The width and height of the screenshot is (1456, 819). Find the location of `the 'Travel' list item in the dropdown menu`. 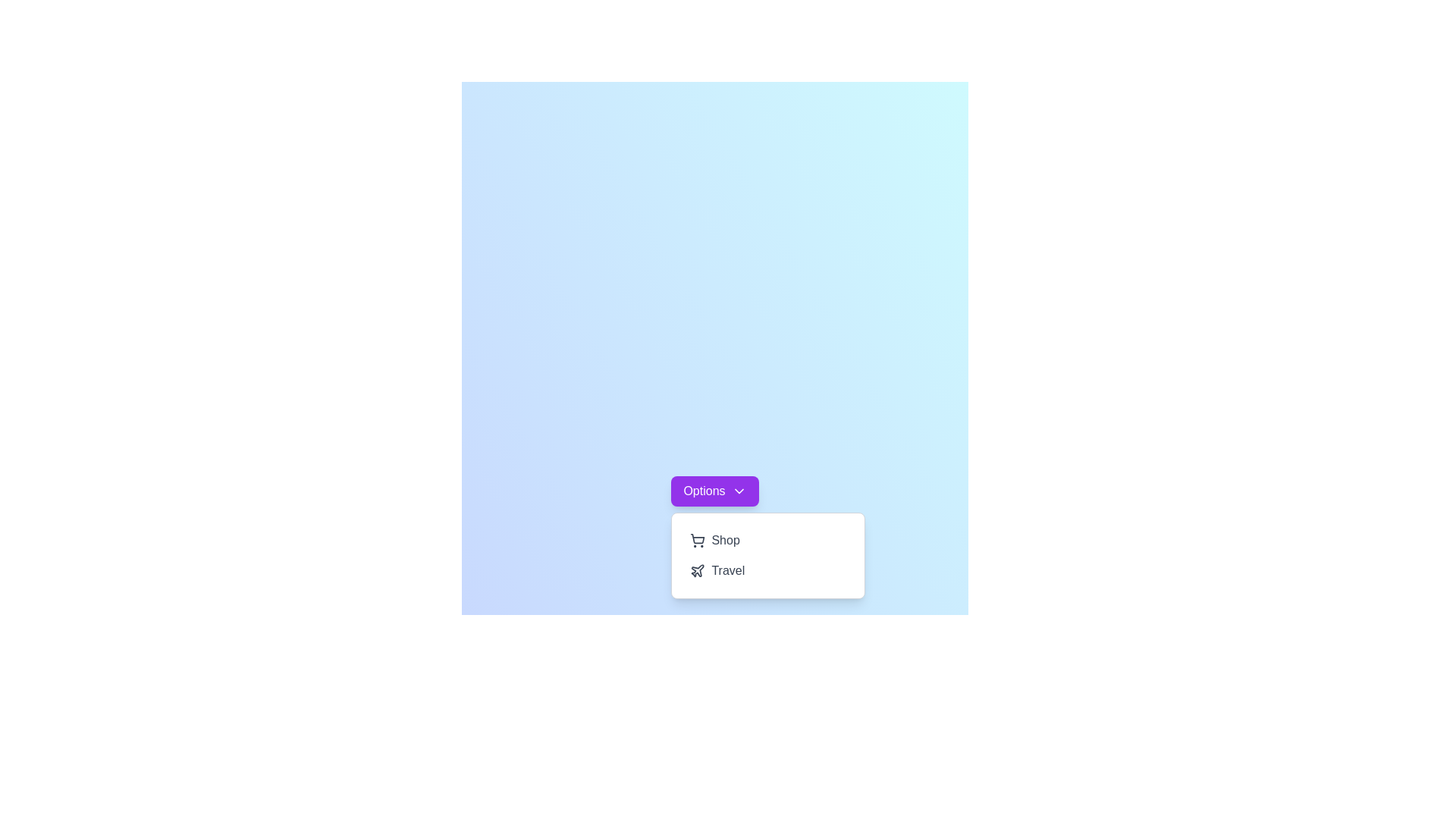

the 'Travel' list item in the dropdown menu is located at coordinates (768, 570).